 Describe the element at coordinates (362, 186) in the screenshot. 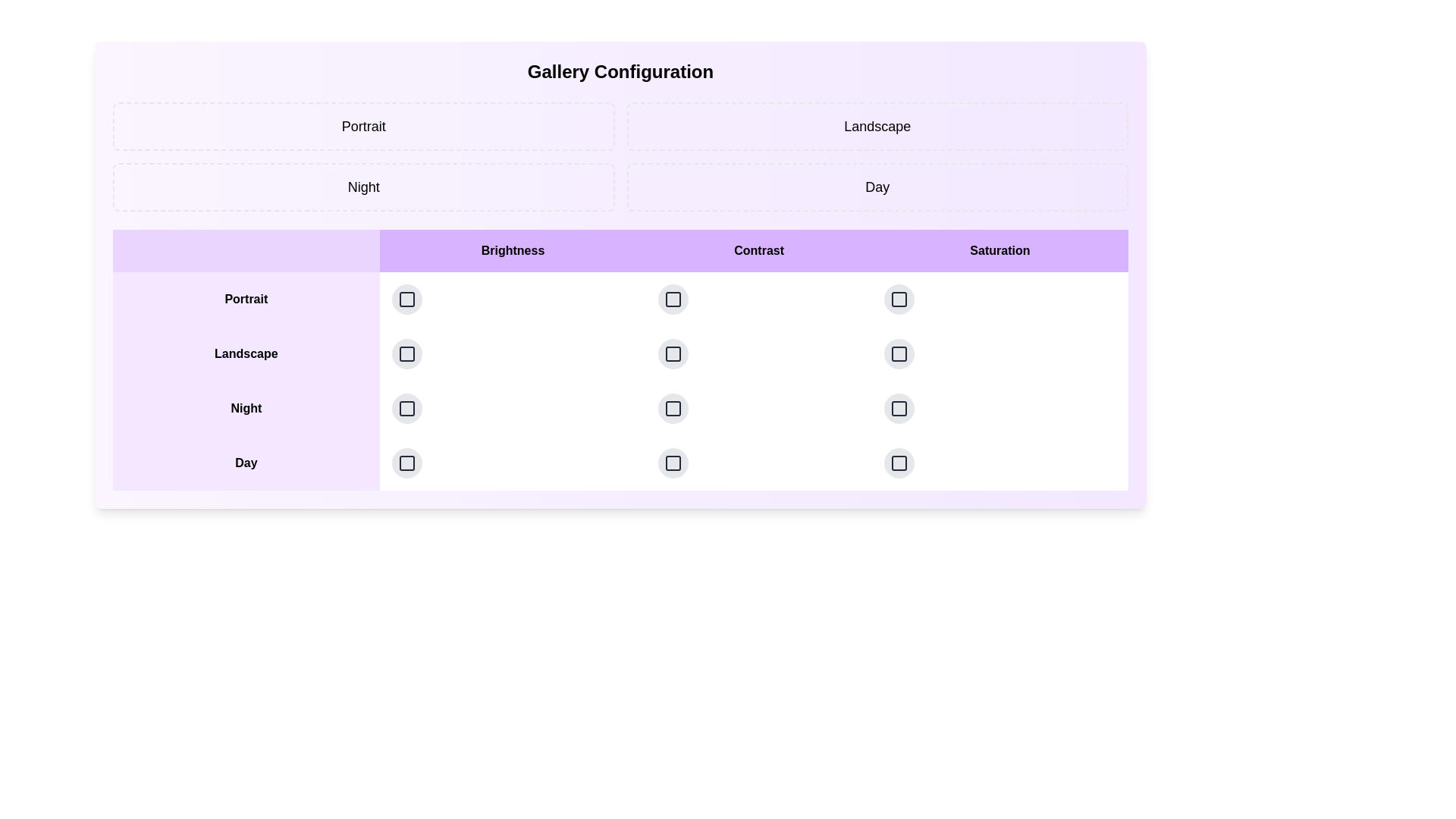

I see `the 'Night' option item with a light purple background located in the lower-left quadrant of the grid layout` at that location.